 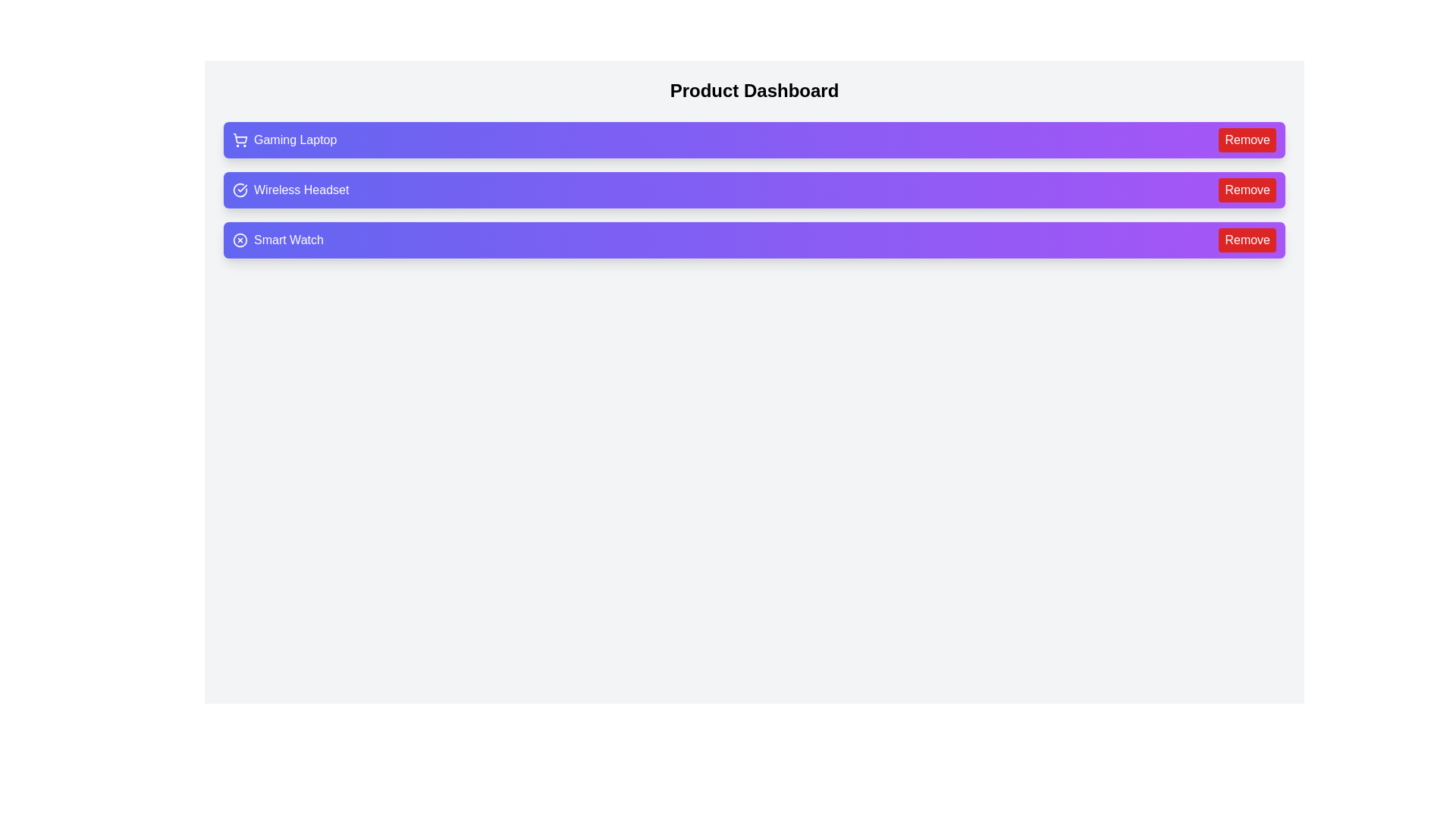 What do you see at coordinates (1247, 239) in the screenshot?
I see `'Remove' button for the product labeled Smart Watch` at bounding box center [1247, 239].